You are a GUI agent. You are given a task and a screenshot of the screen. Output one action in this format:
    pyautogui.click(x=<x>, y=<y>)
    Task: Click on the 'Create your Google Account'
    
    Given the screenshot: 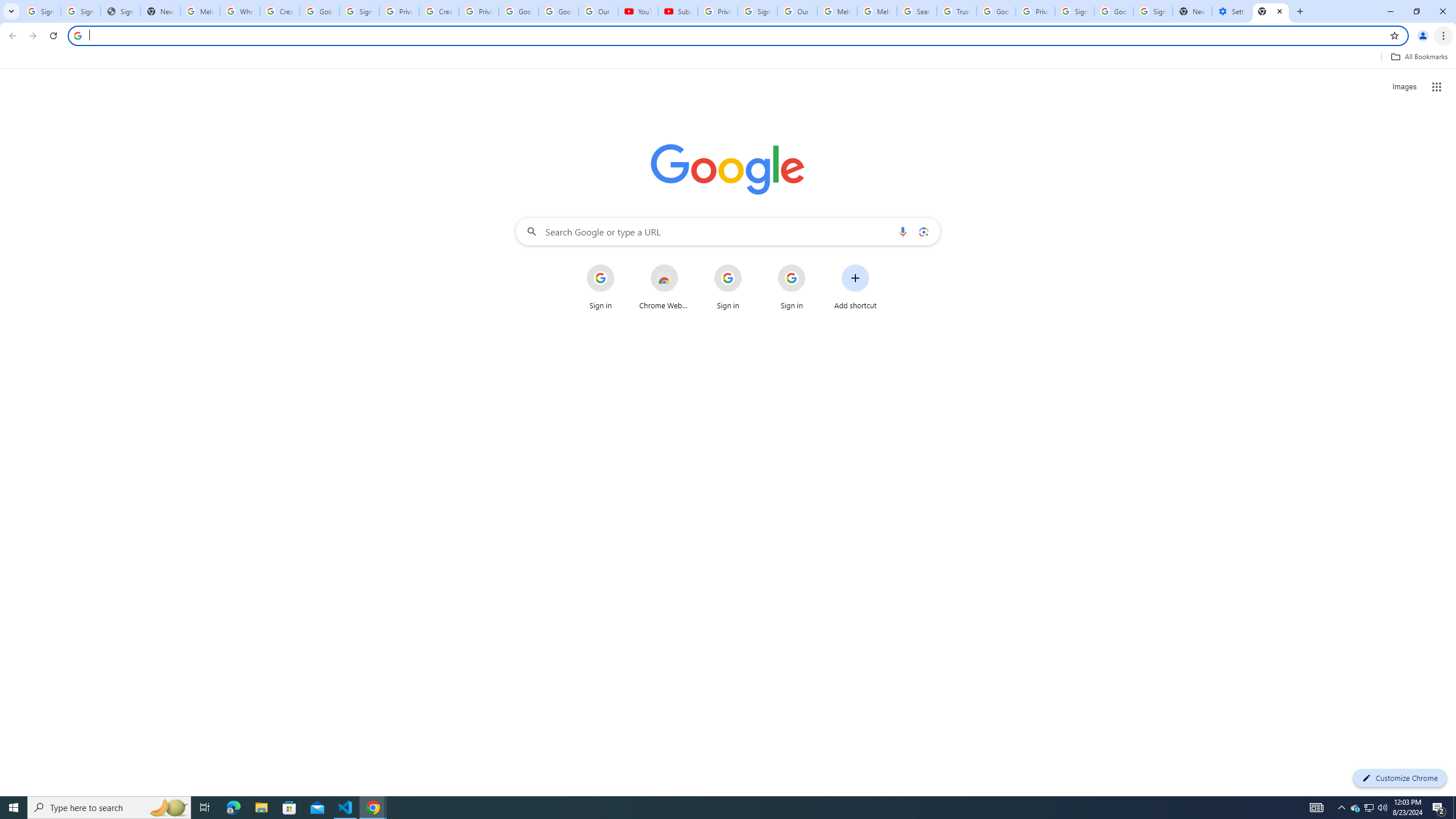 What is the action you would take?
    pyautogui.click(x=438, y=11)
    